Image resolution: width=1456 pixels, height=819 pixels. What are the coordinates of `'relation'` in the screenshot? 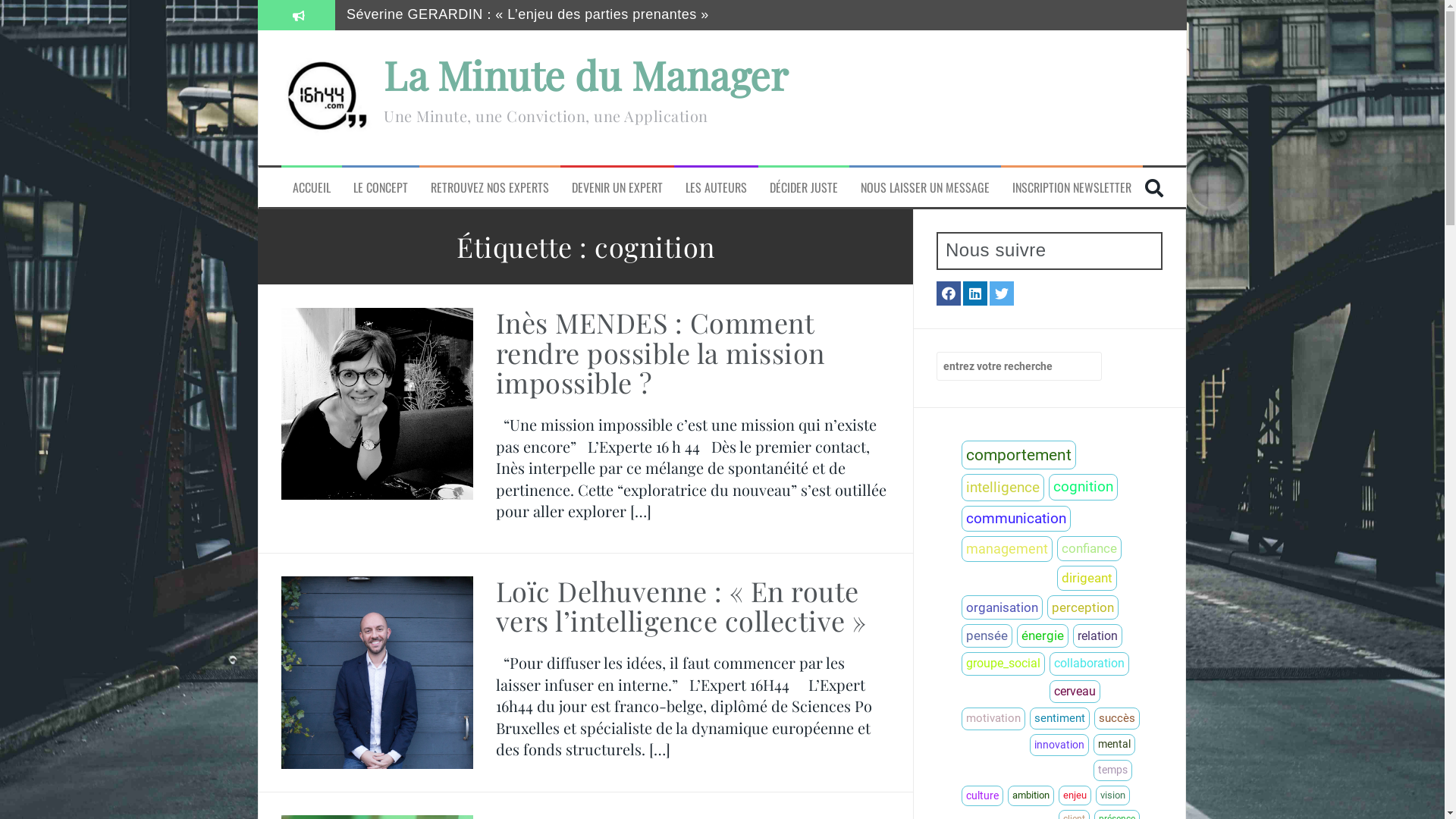 It's located at (1072, 635).